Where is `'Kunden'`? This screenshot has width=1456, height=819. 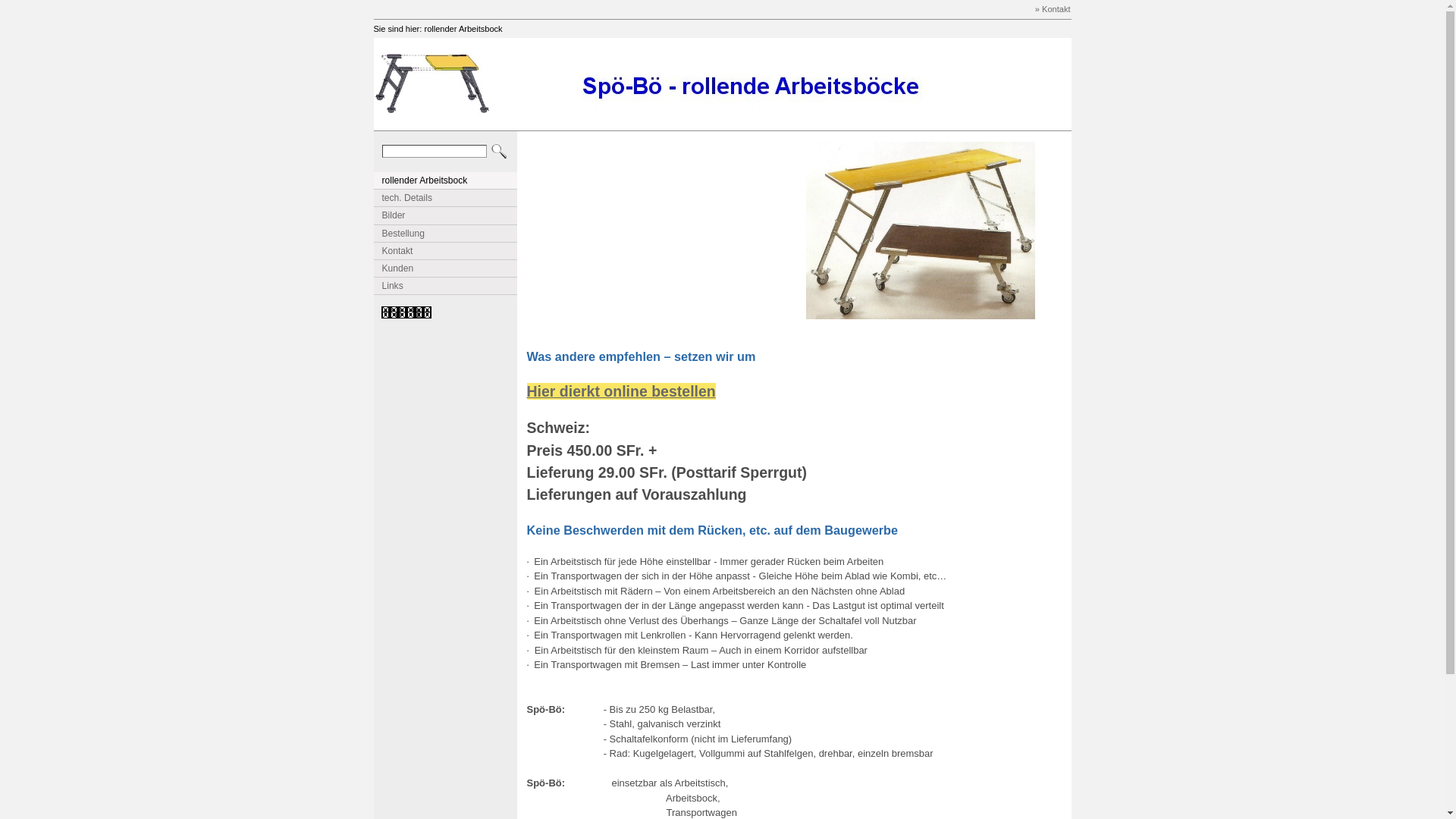
'Kunden' is located at coordinates (444, 268).